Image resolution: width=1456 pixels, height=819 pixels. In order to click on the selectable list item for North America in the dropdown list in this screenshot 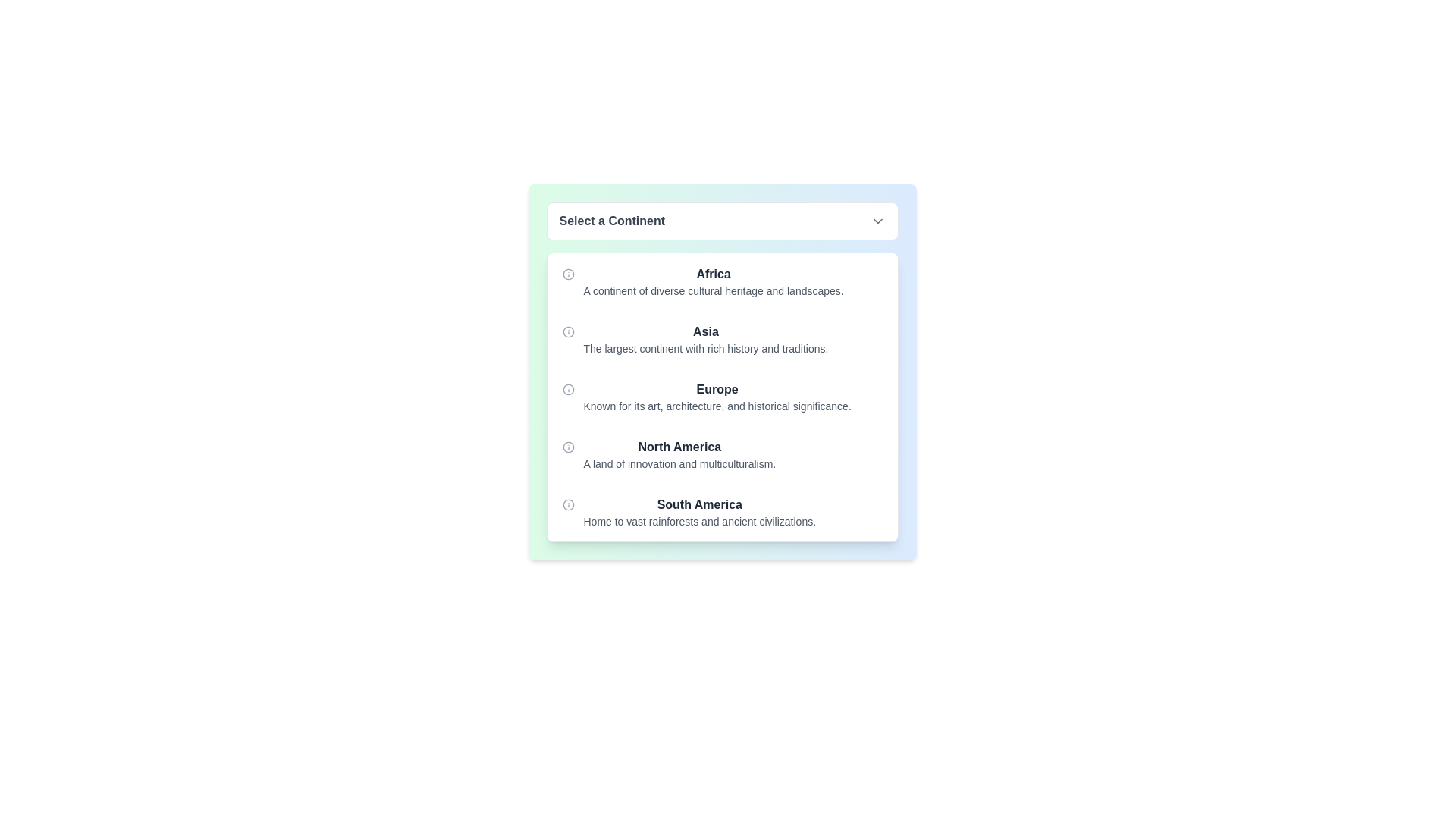, I will do `click(679, 454)`.